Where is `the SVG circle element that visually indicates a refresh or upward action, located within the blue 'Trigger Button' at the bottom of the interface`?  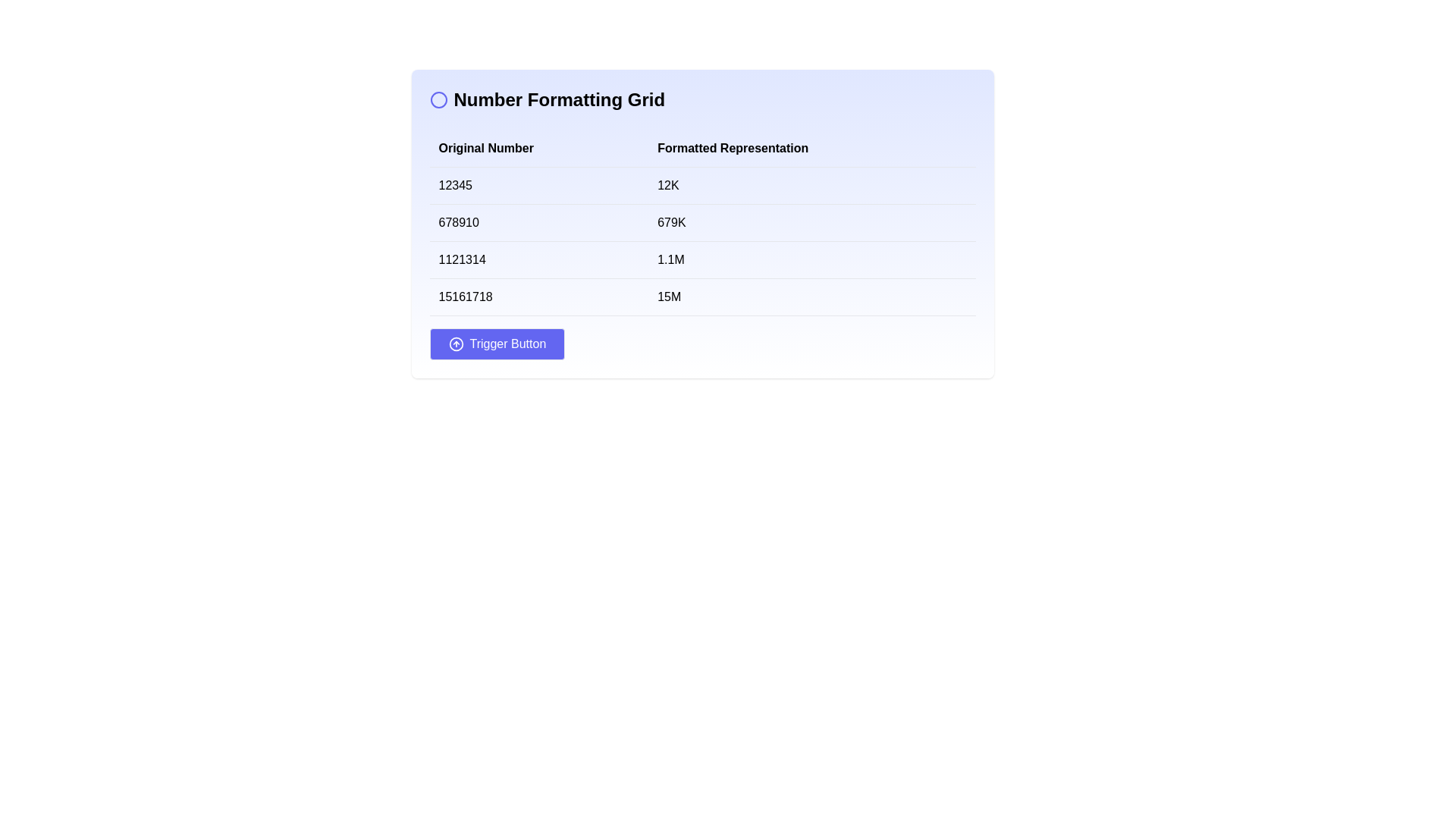
the SVG circle element that visually indicates a refresh or upward action, located within the blue 'Trigger Button' at the bottom of the interface is located at coordinates (455, 344).